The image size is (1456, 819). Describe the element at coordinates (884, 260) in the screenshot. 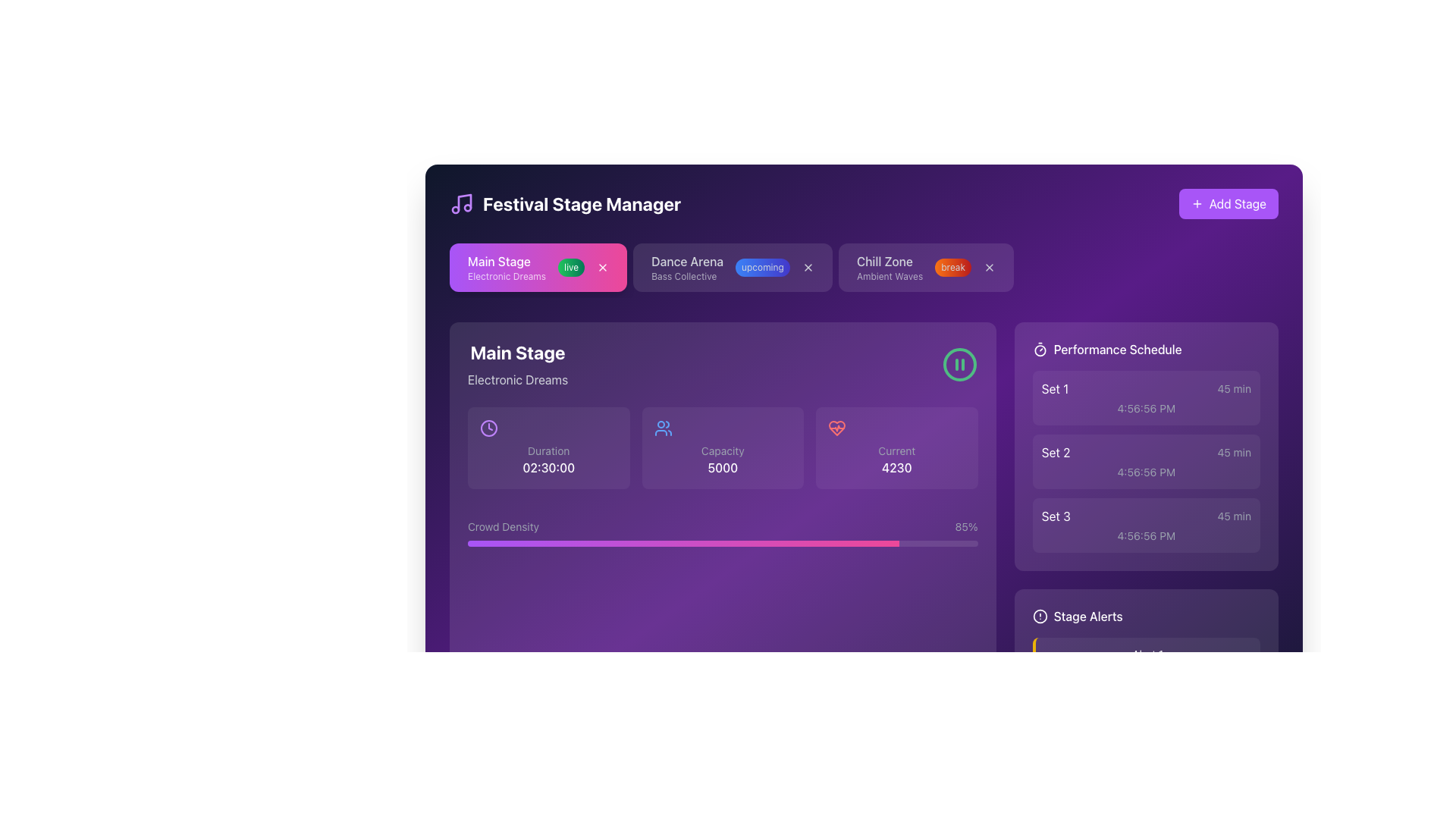

I see `the bold text label displaying 'Chill Zone' which is part of the Festival Stage Manager interface, positioned third from the left in the horizontal list of stage items` at that location.